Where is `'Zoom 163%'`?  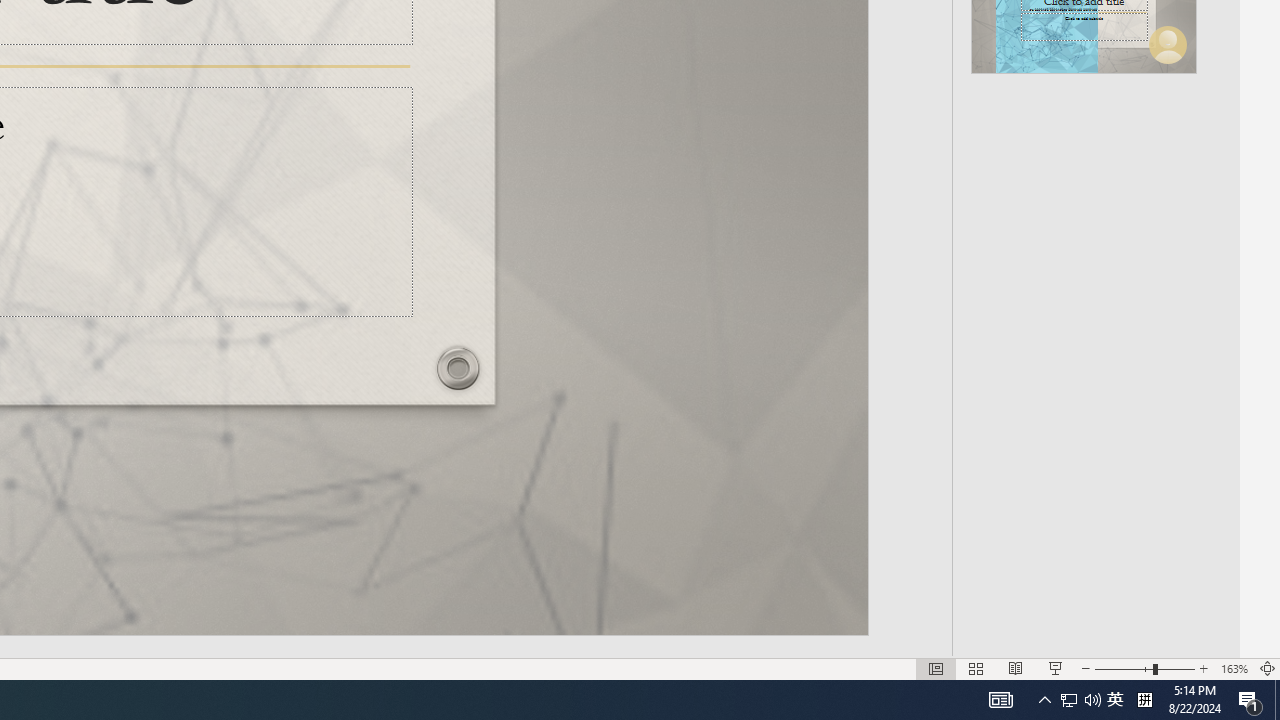
'Zoom 163%' is located at coordinates (1233, 669).